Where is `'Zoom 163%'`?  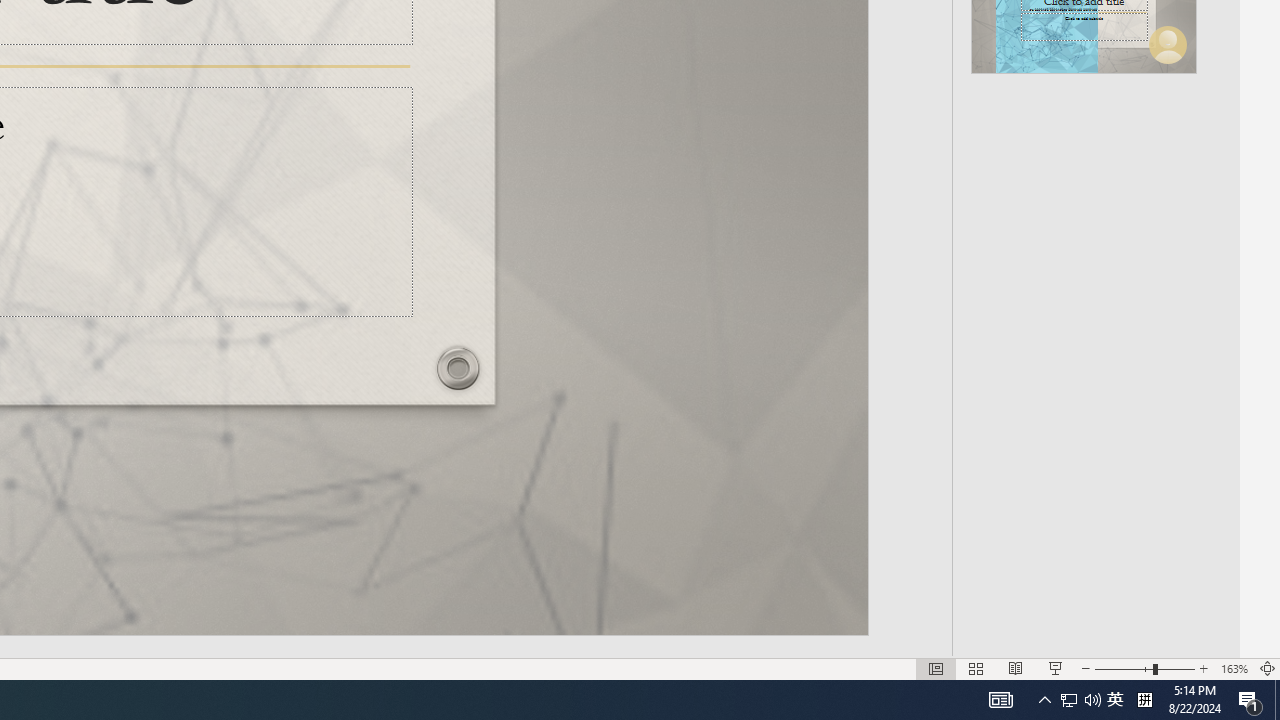
'Zoom 163%' is located at coordinates (1233, 669).